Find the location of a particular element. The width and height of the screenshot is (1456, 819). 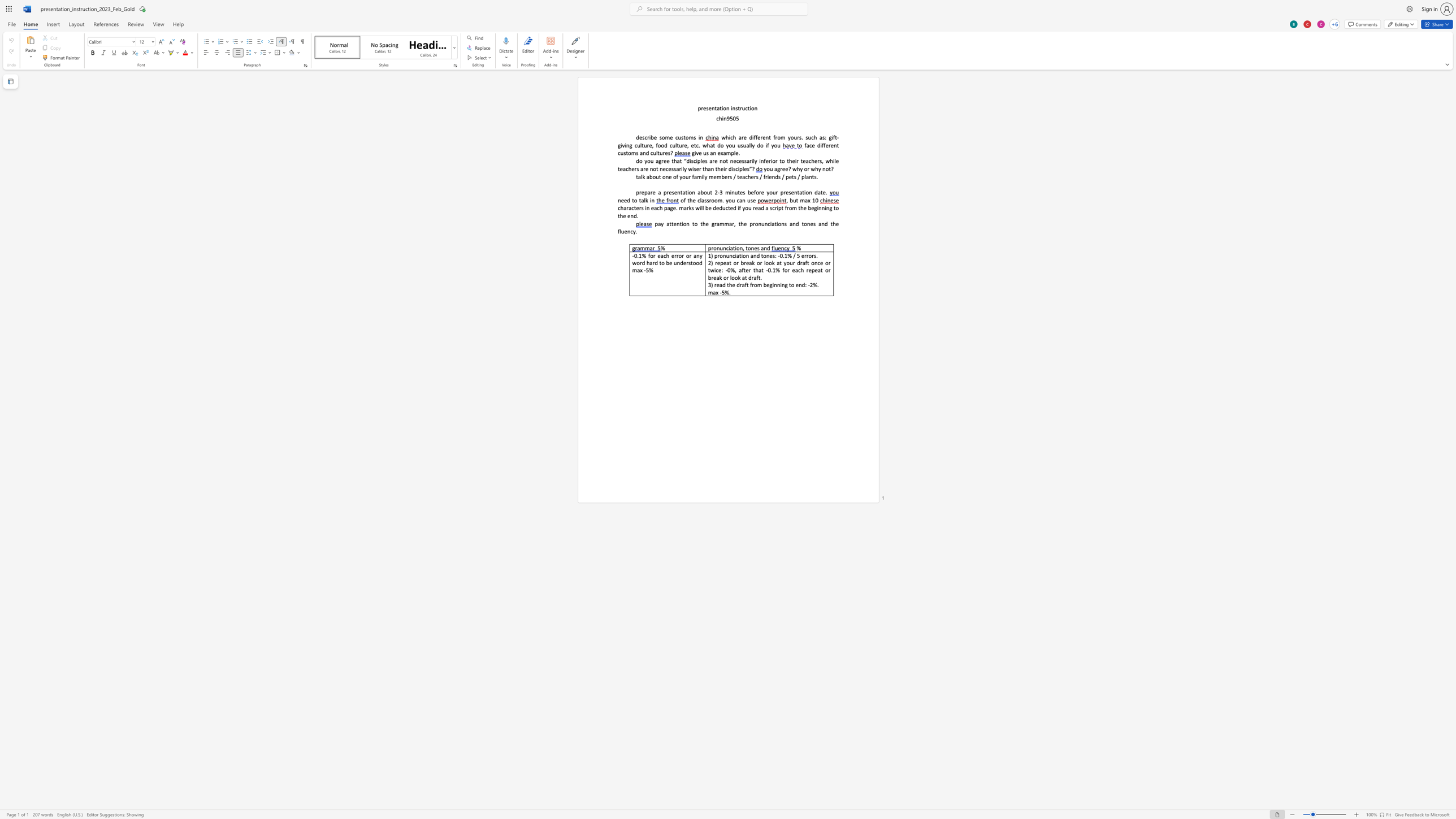

the space between the continuous character "x" and "a" in the text is located at coordinates (723, 153).